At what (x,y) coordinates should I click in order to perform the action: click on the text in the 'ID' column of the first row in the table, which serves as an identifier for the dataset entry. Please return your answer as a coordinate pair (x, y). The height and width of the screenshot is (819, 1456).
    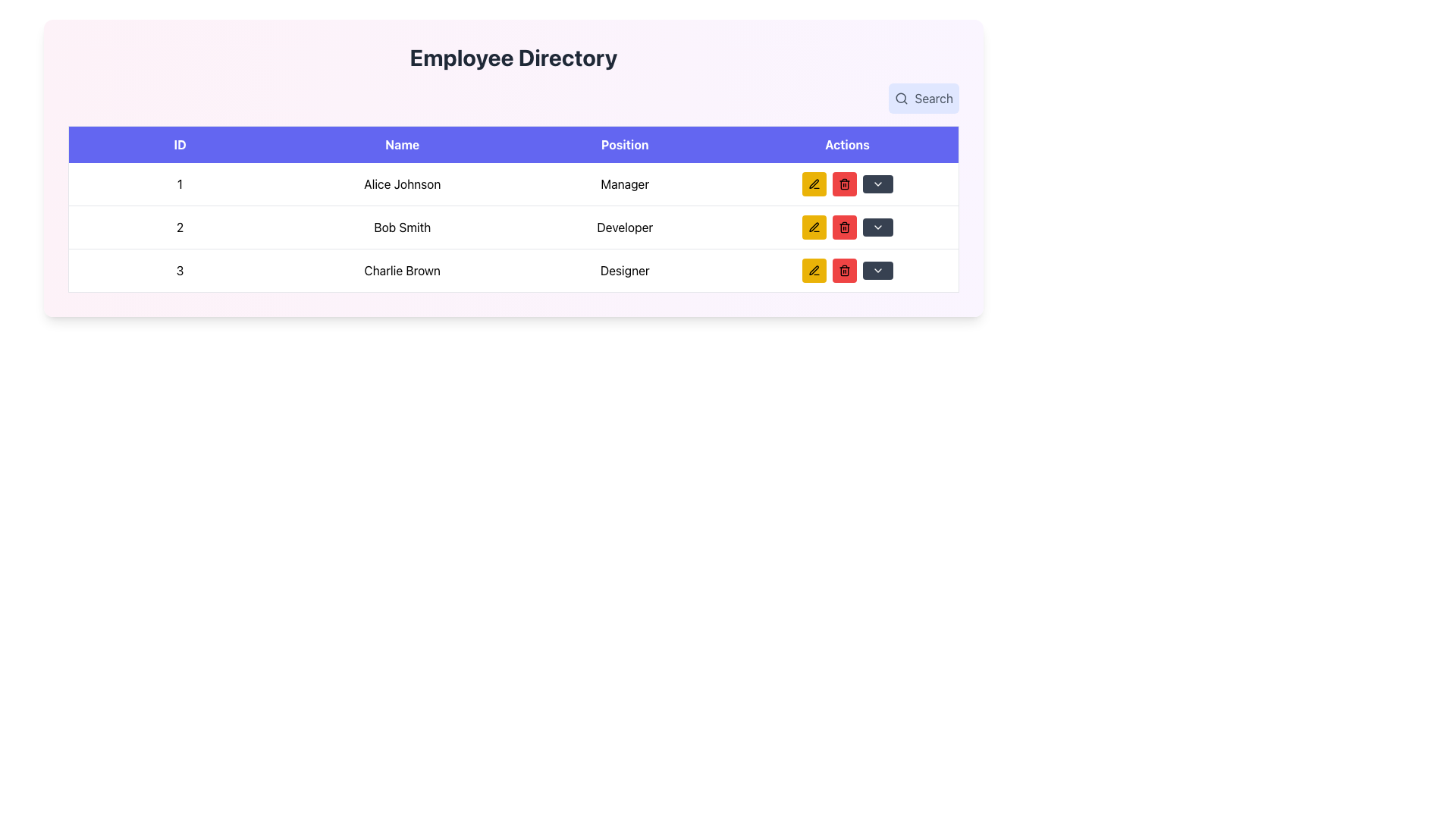
    Looking at the image, I should click on (180, 184).